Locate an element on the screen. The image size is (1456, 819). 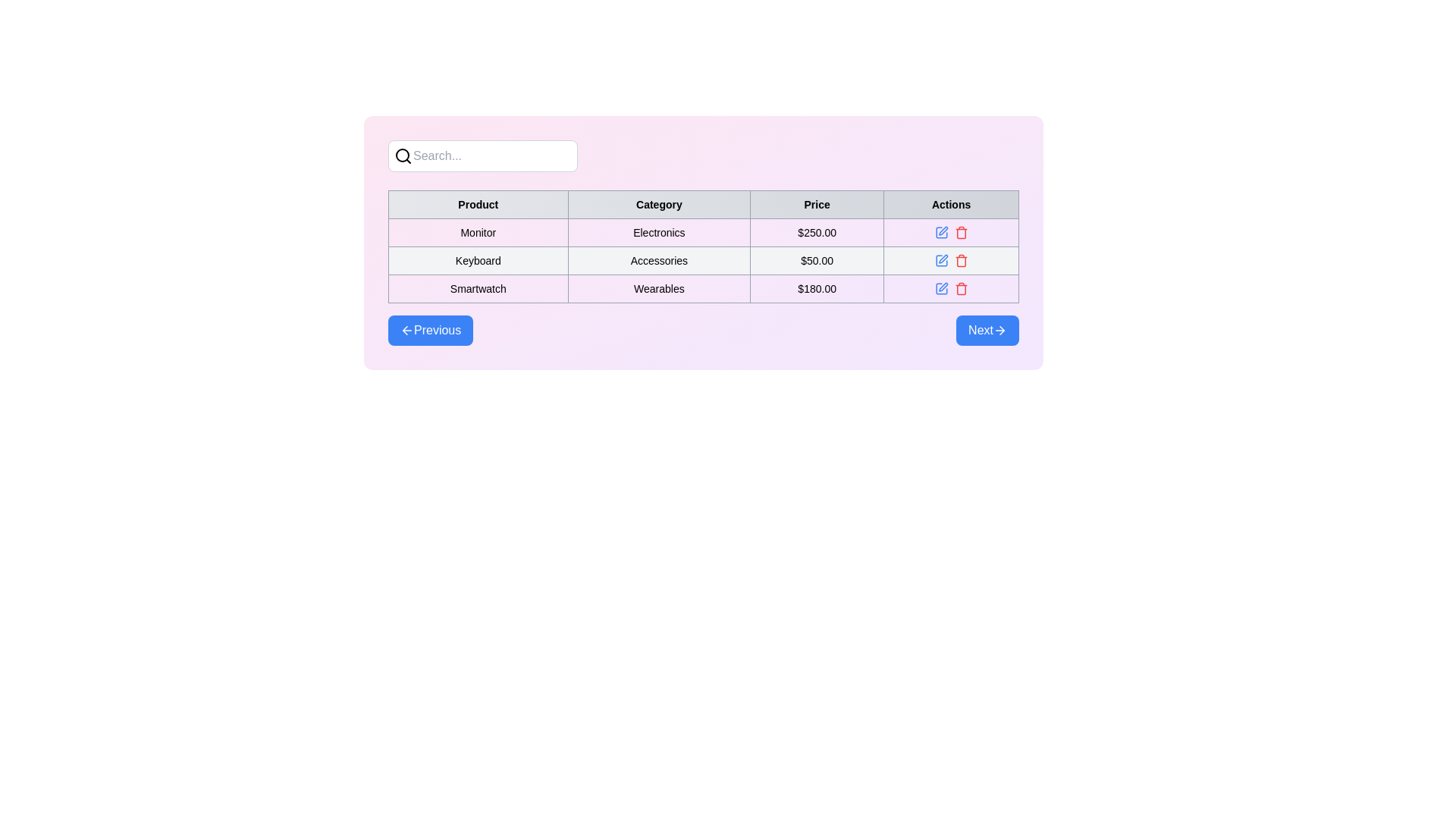
the delete button located in the first row under the 'Actions' column of the table, which is part of a group of action buttons for editing or deleting items is located at coordinates (950, 233).